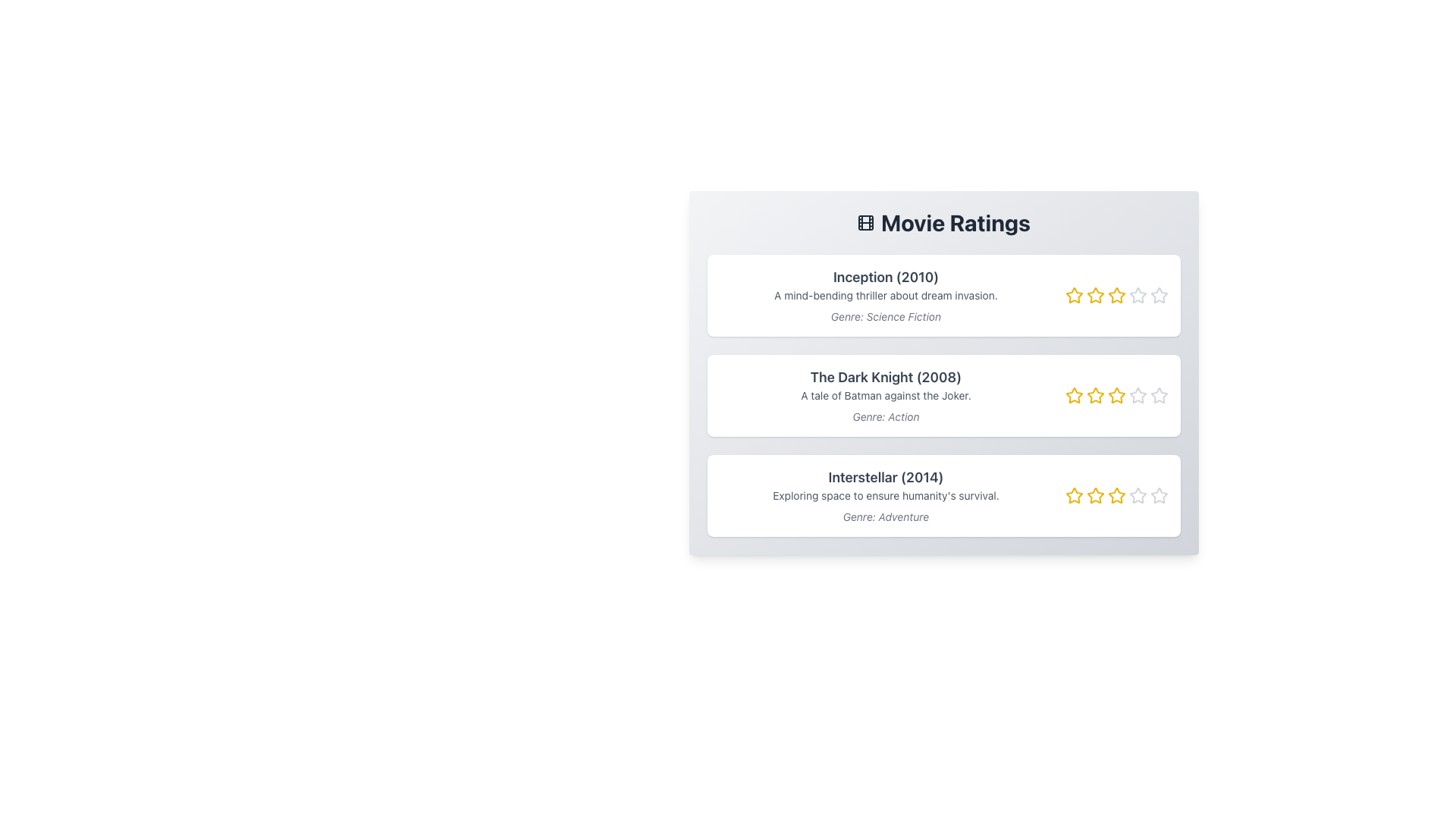 The height and width of the screenshot is (819, 1456). I want to click on the third star in the rating sequence to rate the movie 'Interstellar (2014)' with three stars, so click(1095, 496).